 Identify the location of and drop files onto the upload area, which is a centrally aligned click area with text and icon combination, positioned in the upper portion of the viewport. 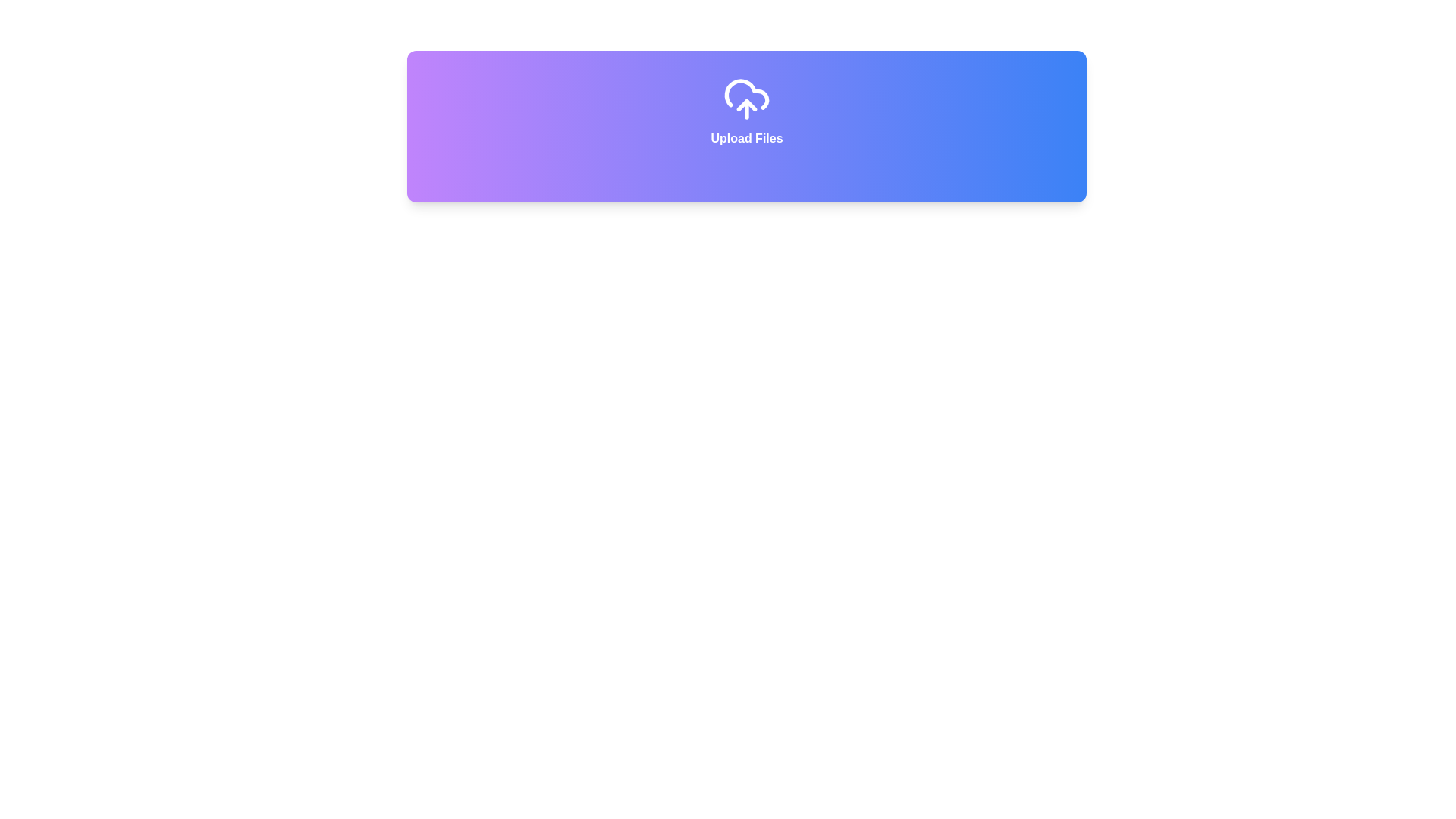
(746, 110).